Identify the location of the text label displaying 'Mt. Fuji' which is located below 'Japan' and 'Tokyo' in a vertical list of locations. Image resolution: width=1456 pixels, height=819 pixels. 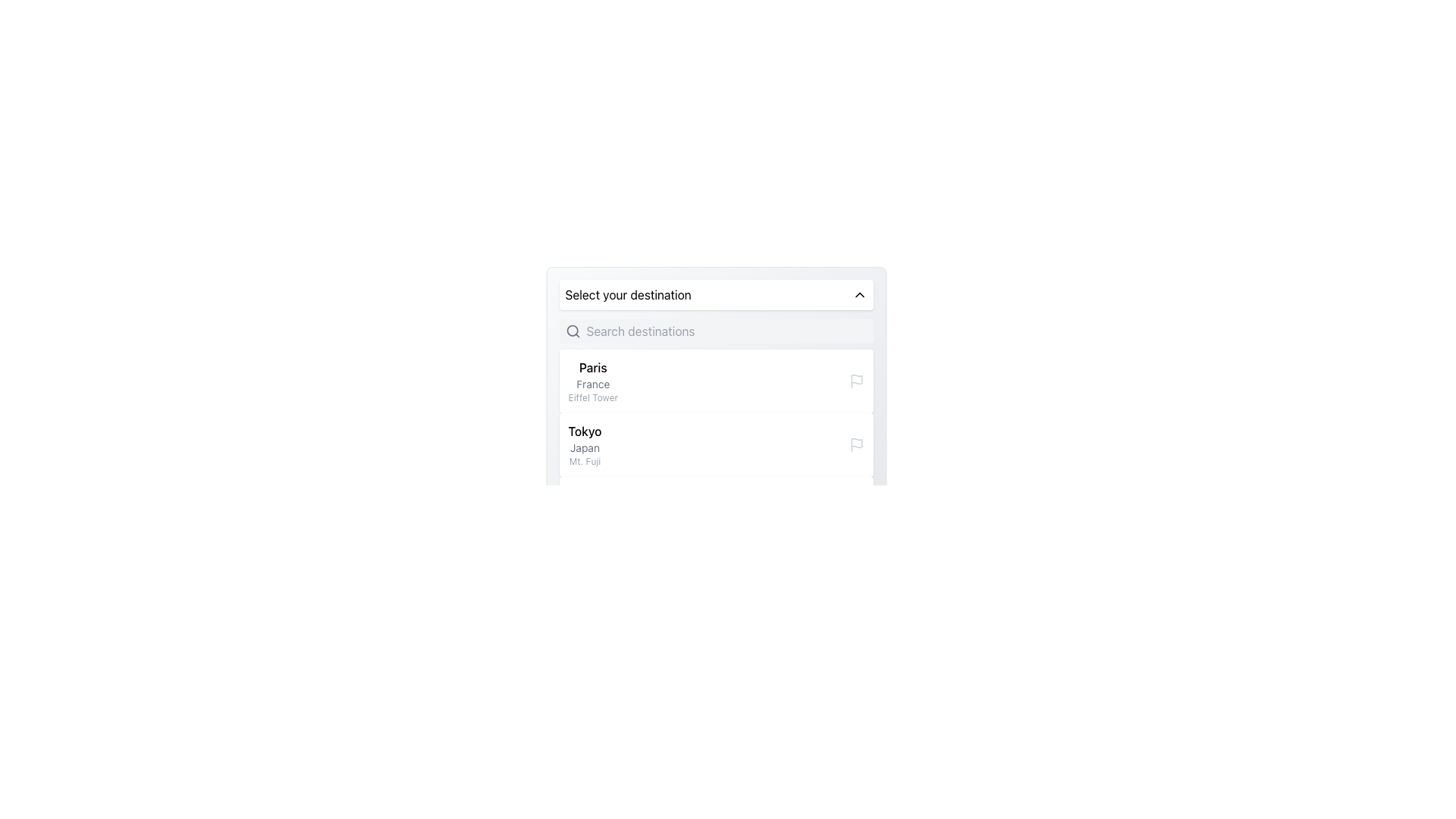
(584, 461).